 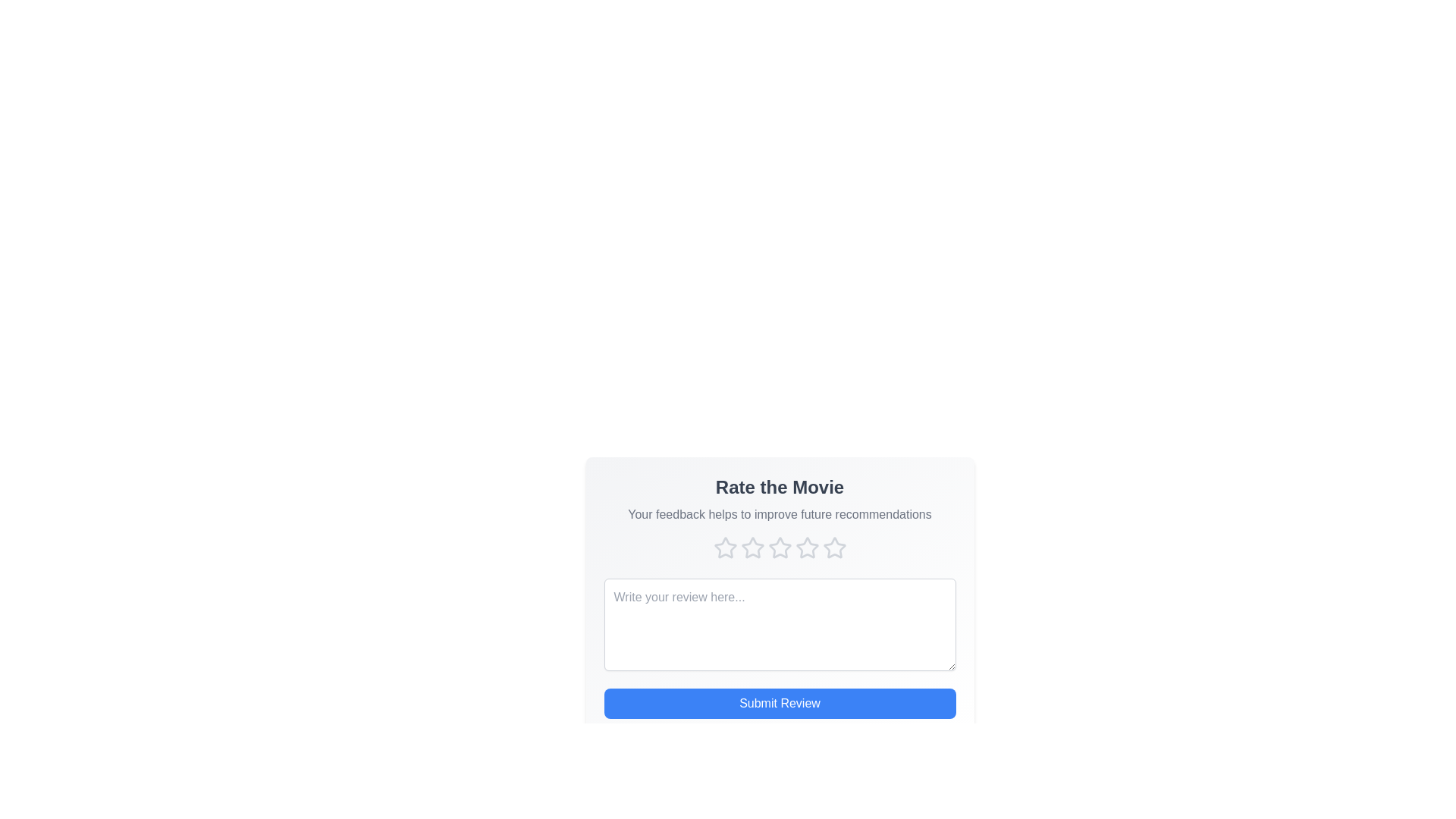 I want to click on the fifth star rating icon in the rating component below the heading 'Rate the Movie', so click(x=833, y=548).